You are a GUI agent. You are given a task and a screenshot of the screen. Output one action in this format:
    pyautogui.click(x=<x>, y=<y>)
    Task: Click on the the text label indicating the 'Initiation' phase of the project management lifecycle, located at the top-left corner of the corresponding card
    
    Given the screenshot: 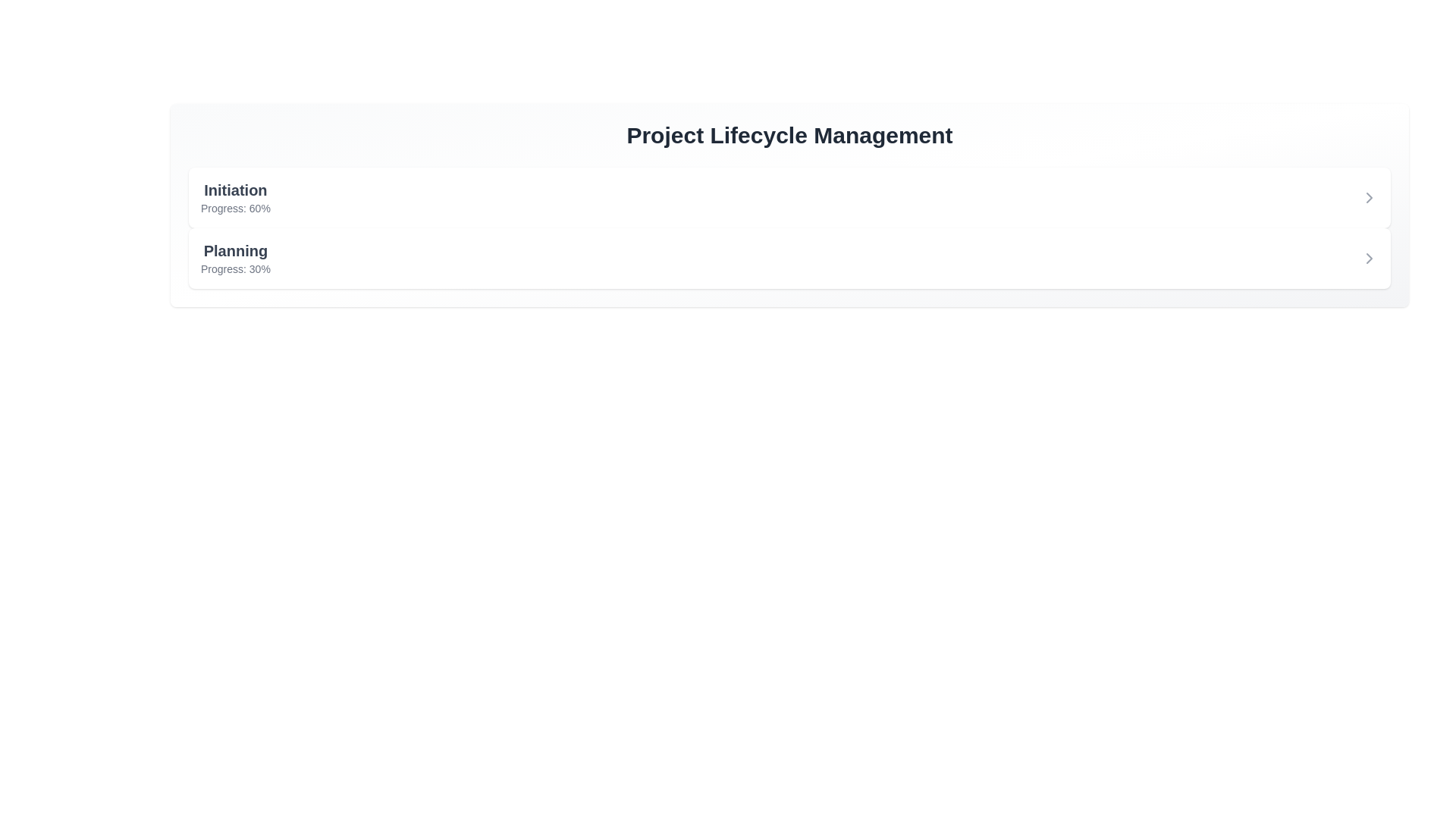 What is the action you would take?
    pyautogui.click(x=234, y=189)
    